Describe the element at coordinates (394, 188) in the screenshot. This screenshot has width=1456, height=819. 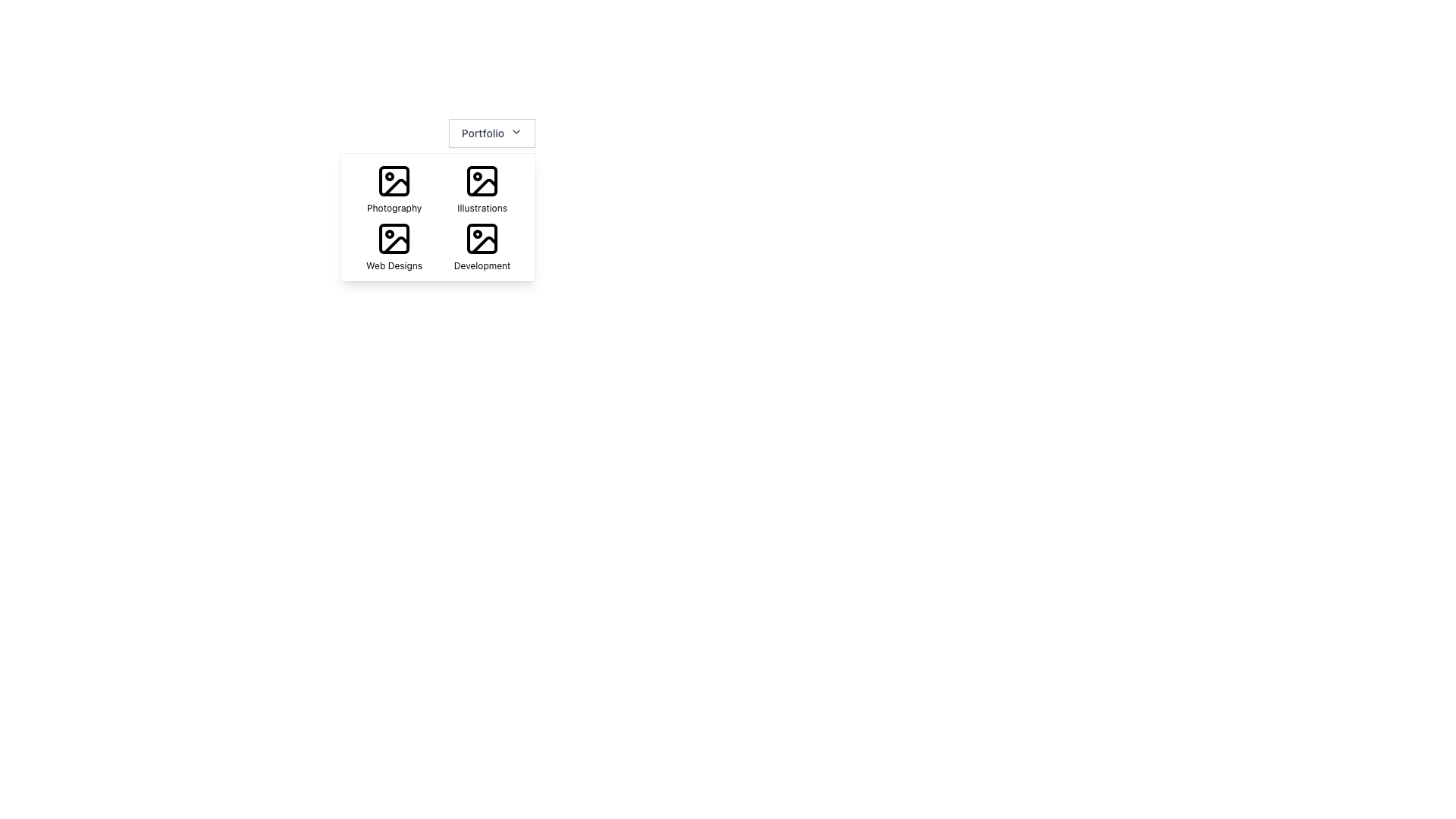
I see `the Photography category card icon, which features a simplistic black and white photo icon above the word 'Photography' in a small font, to potentially reveal additional information` at that location.